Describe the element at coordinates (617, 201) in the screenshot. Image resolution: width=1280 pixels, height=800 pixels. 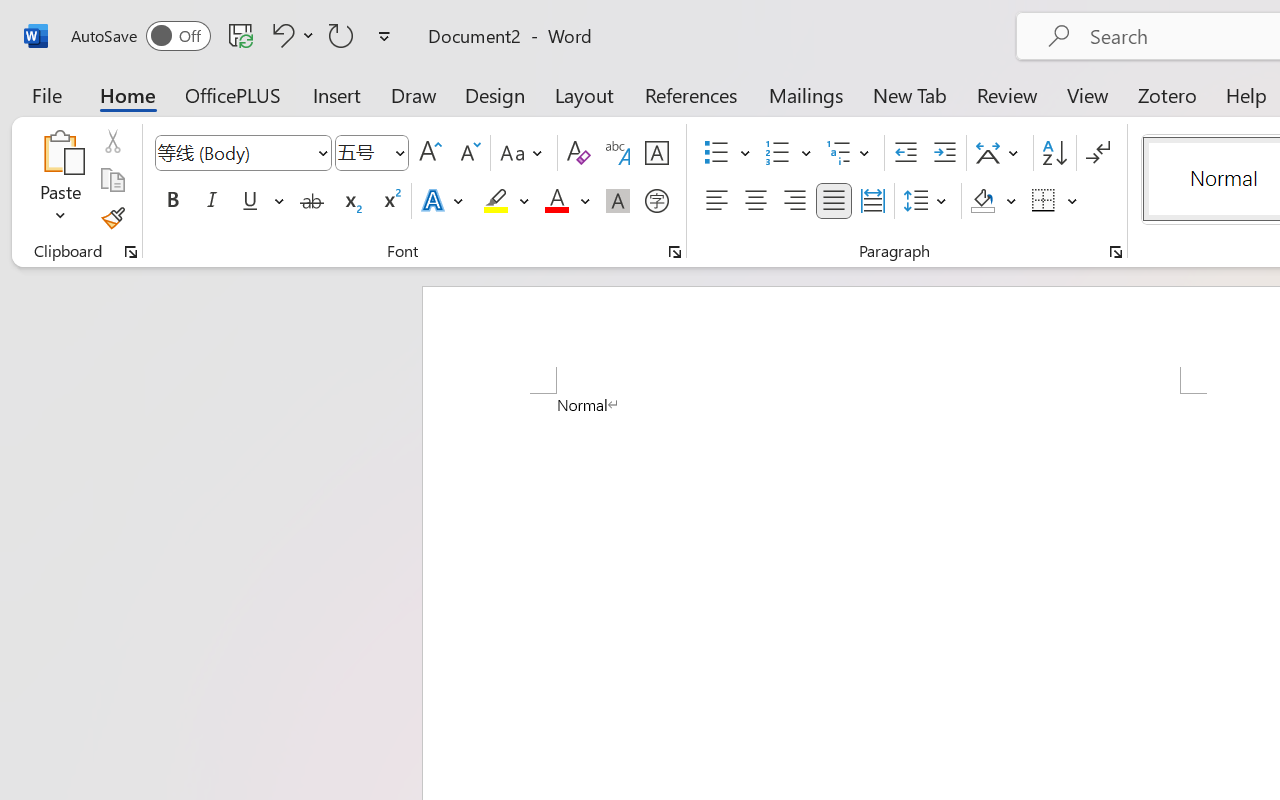
I see `'Character Shading'` at that location.